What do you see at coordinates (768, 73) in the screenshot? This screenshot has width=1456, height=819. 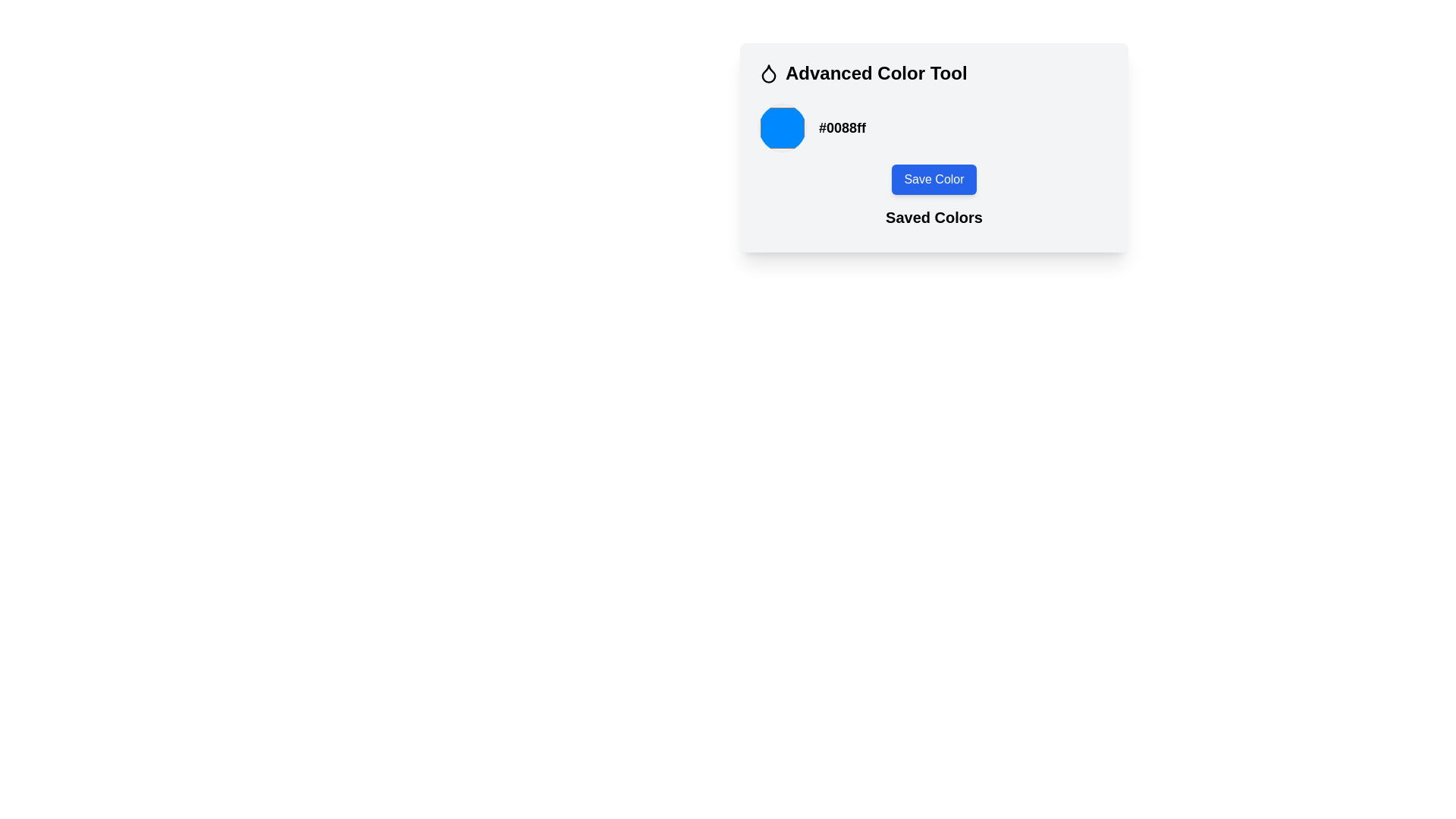 I see `the droplet-shaped icon outlined in black, located to the left of the title text 'Advanced Color Tool'` at bounding box center [768, 73].